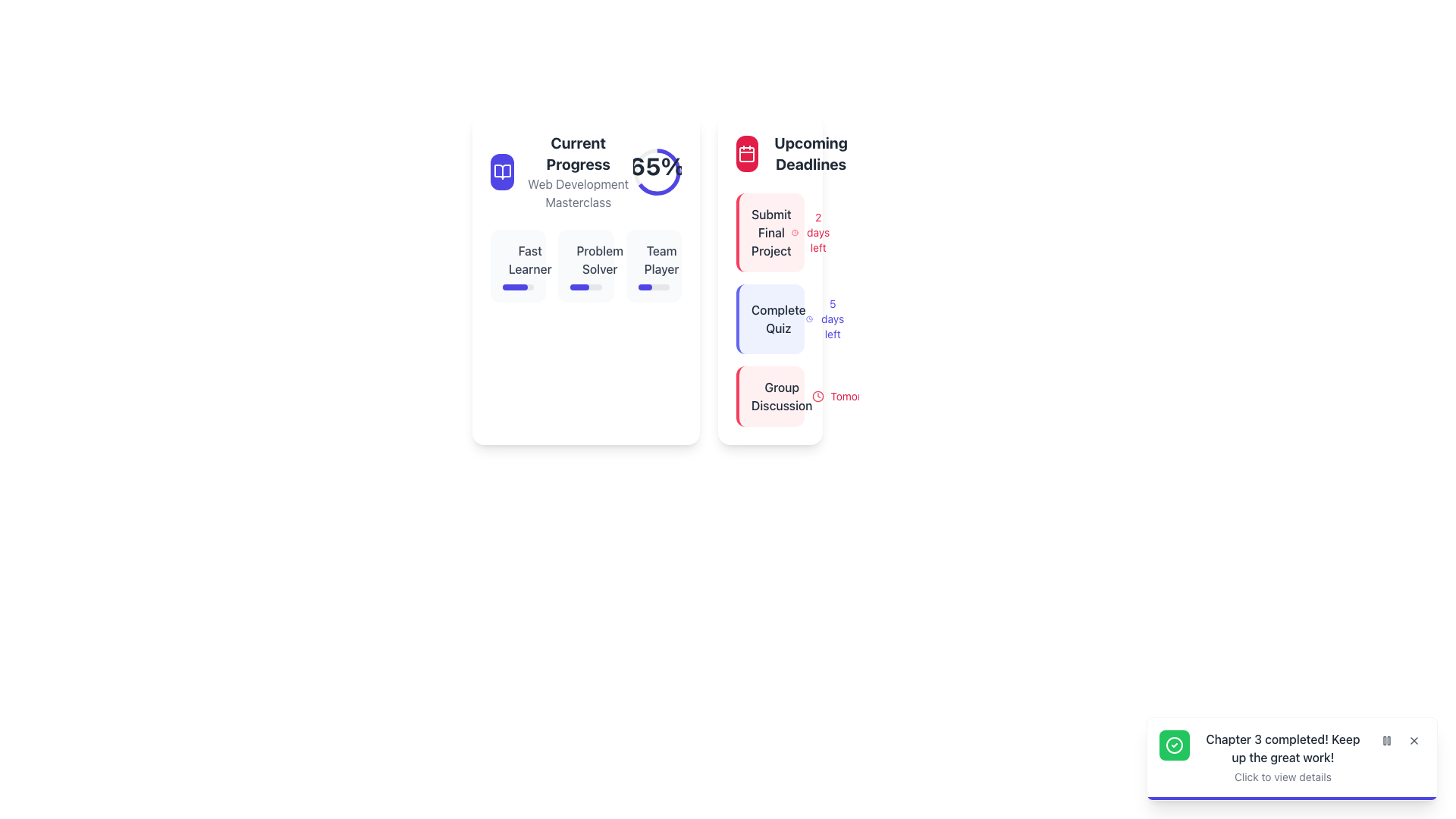  What do you see at coordinates (747, 154) in the screenshot?
I see `the calendar icon with a red background and white calendar design, located in the second card titled 'Upcoming Deadlines.'` at bounding box center [747, 154].